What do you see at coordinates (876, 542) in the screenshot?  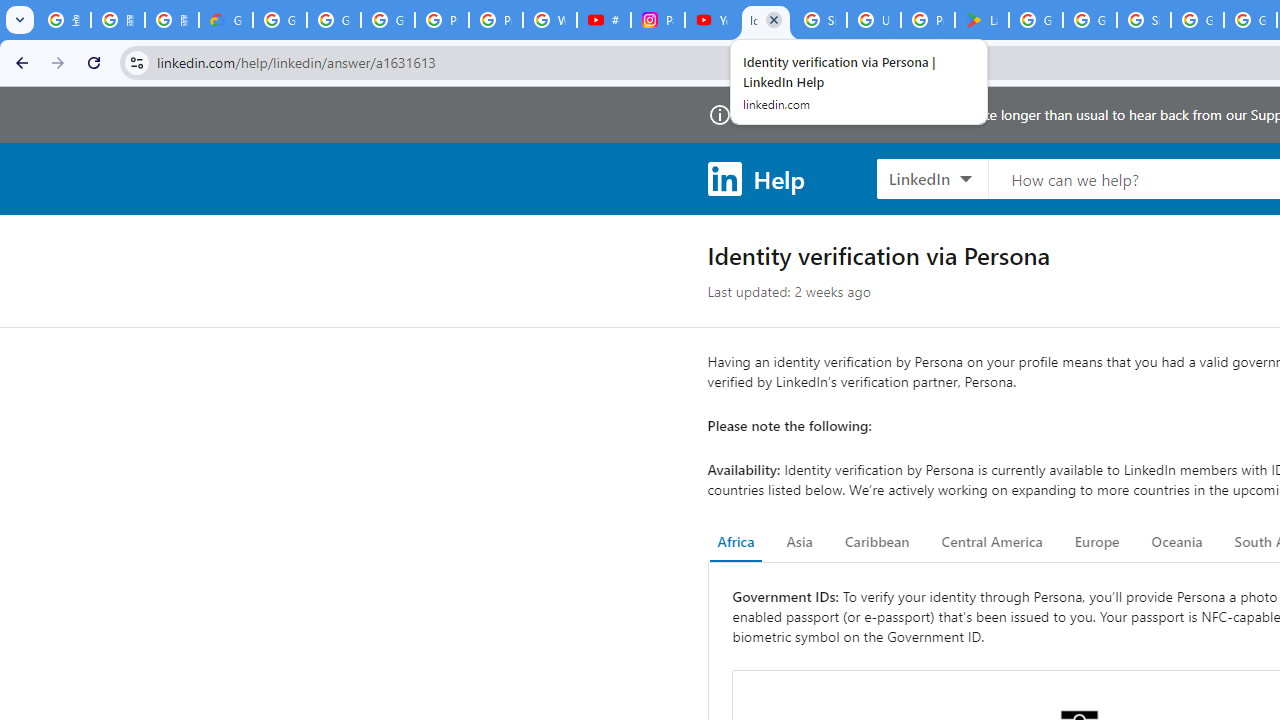 I see `'Caribbean'` at bounding box center [876, 542].